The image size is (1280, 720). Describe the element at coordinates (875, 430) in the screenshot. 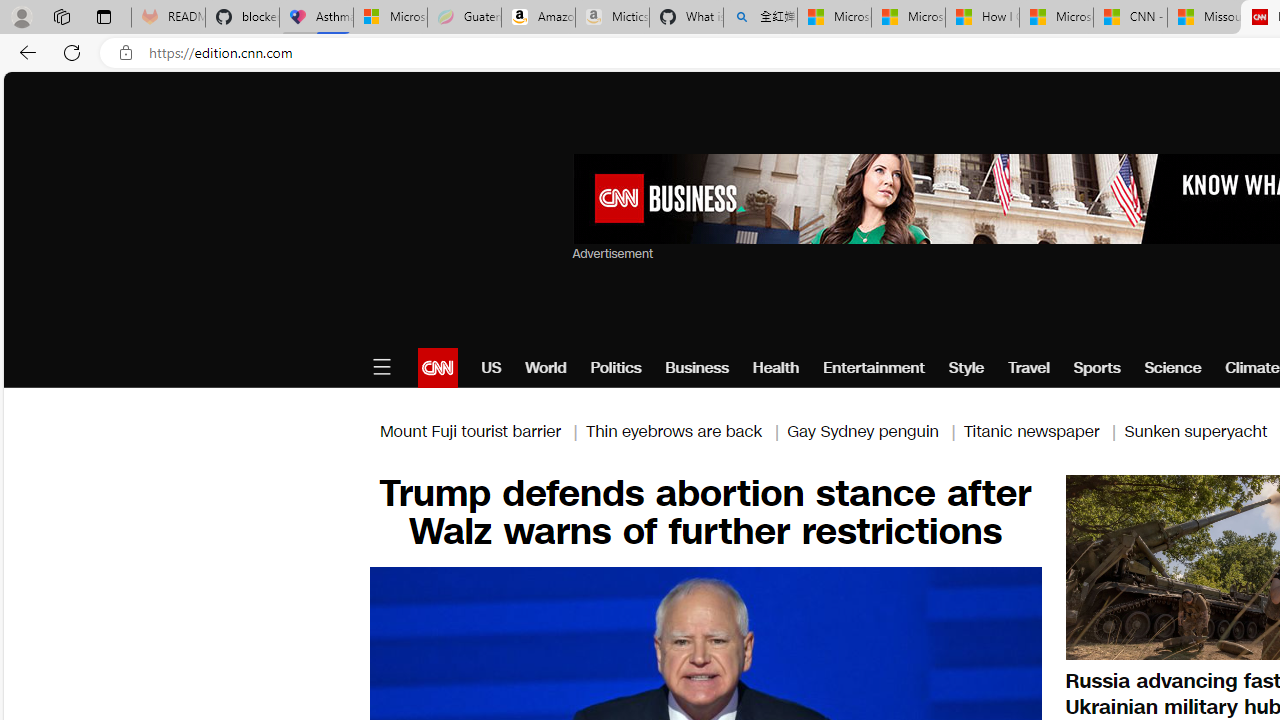

I see `'Gay Sydney penguin |'` at that location.